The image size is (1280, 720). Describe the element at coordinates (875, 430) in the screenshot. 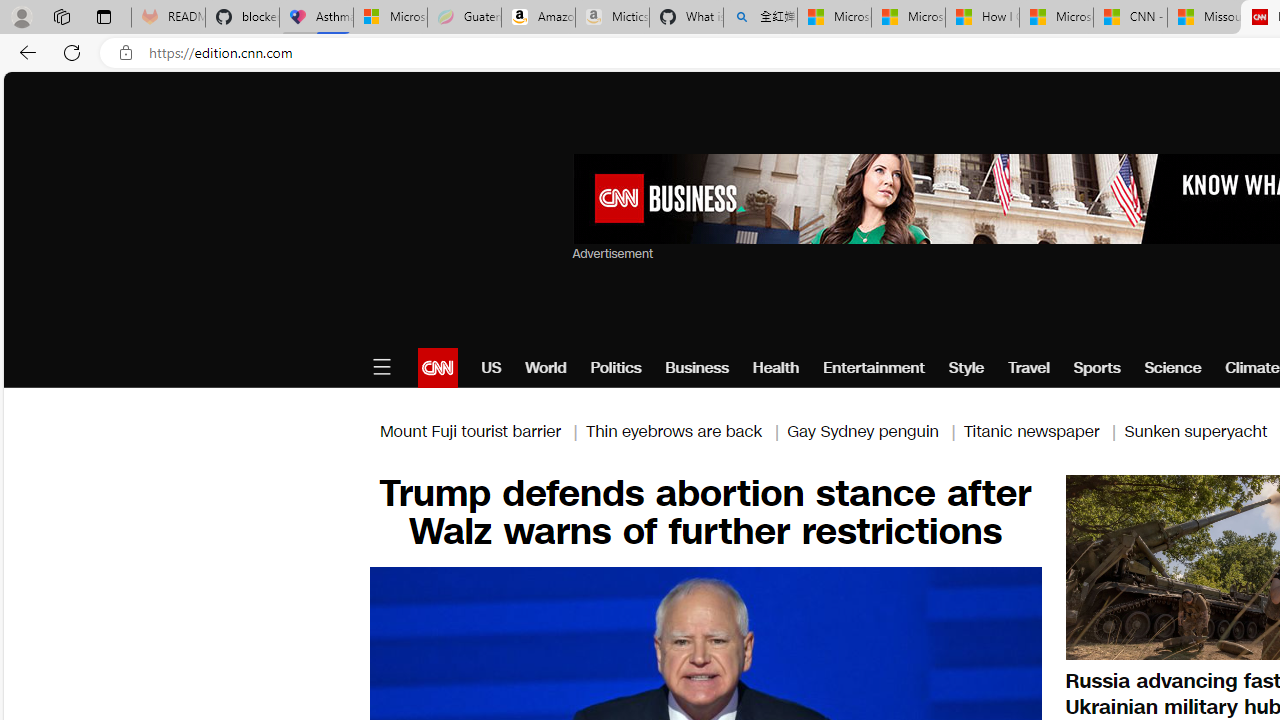

I see `'Gay Sydney penguin |'` at that location.